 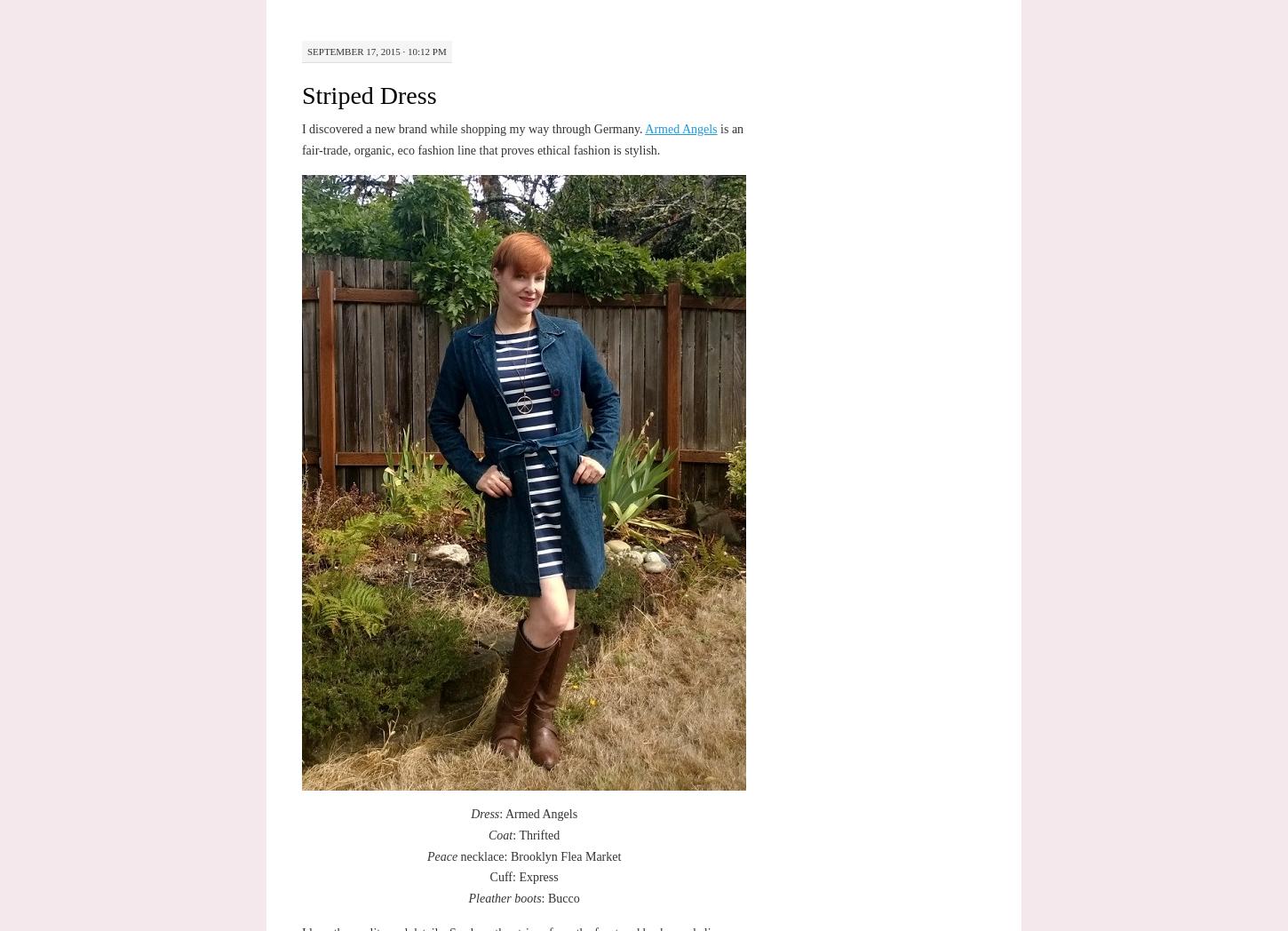 I want to click on 'Cuff: Express', so click(x=523, y=876).